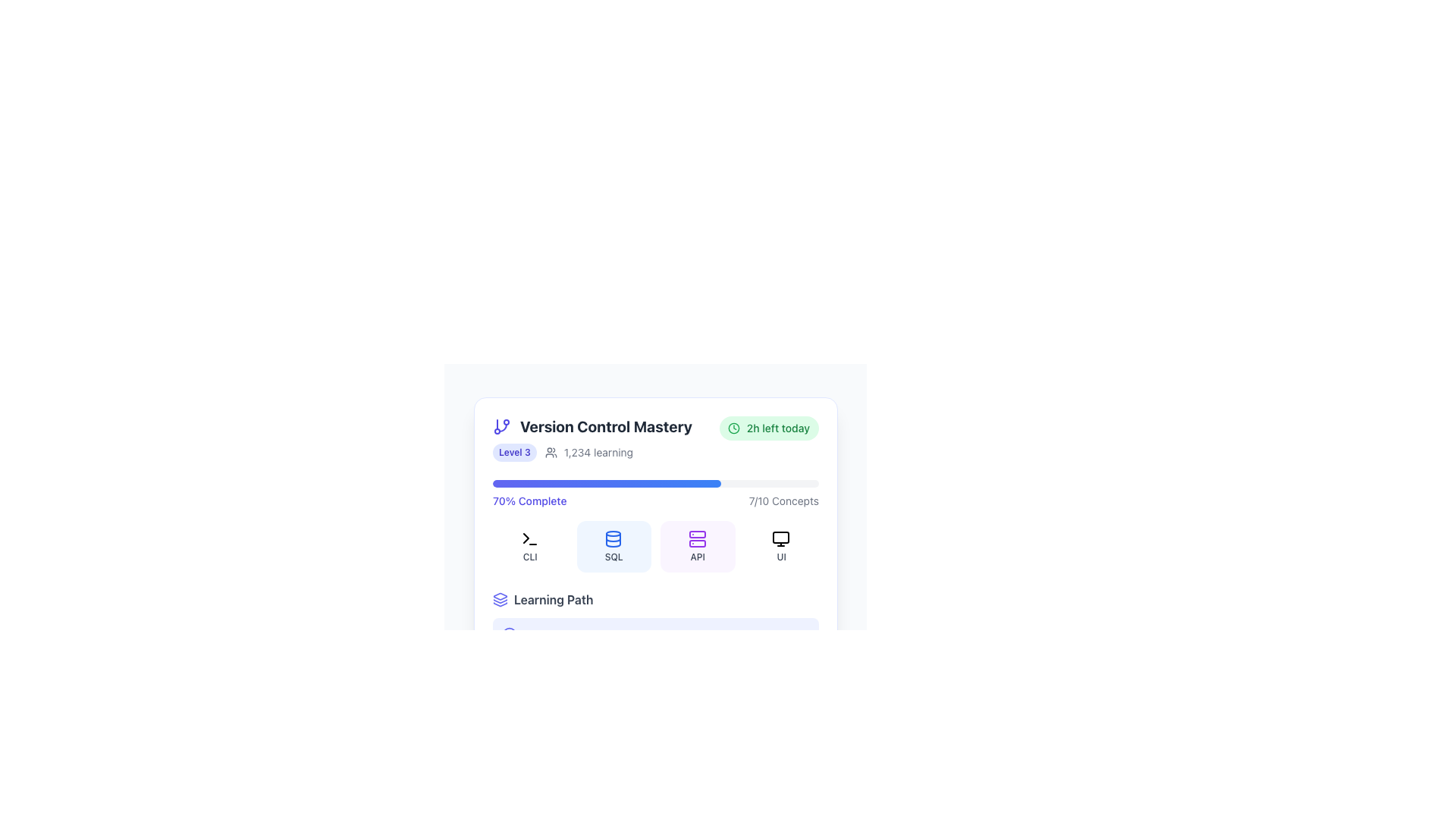 This screenshot has width=1456, height=819. I want to click on the information presented in the Category label with the icon for 'CLI', which features a terminal prompt symbol and is located in the top-left corner of a grid below the progress bar and header labeled 'Version Control Mastery', so click(529, 547).